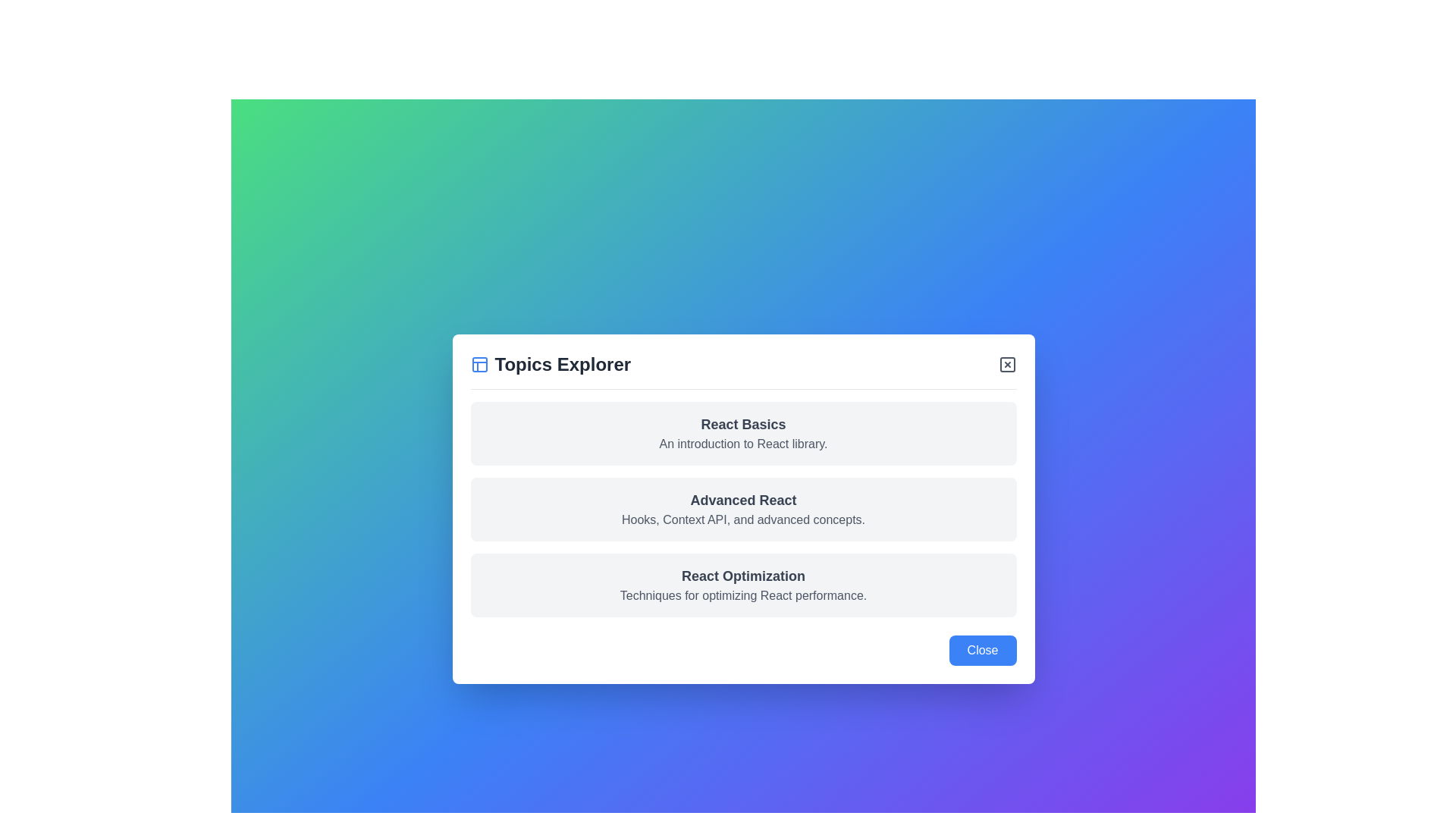 The width and height of the screenshot is (1456, 819). I want to click on the Text label located within the 'Advanced React' card, which provides a brief summary of the topics covered, so click(743, 519).